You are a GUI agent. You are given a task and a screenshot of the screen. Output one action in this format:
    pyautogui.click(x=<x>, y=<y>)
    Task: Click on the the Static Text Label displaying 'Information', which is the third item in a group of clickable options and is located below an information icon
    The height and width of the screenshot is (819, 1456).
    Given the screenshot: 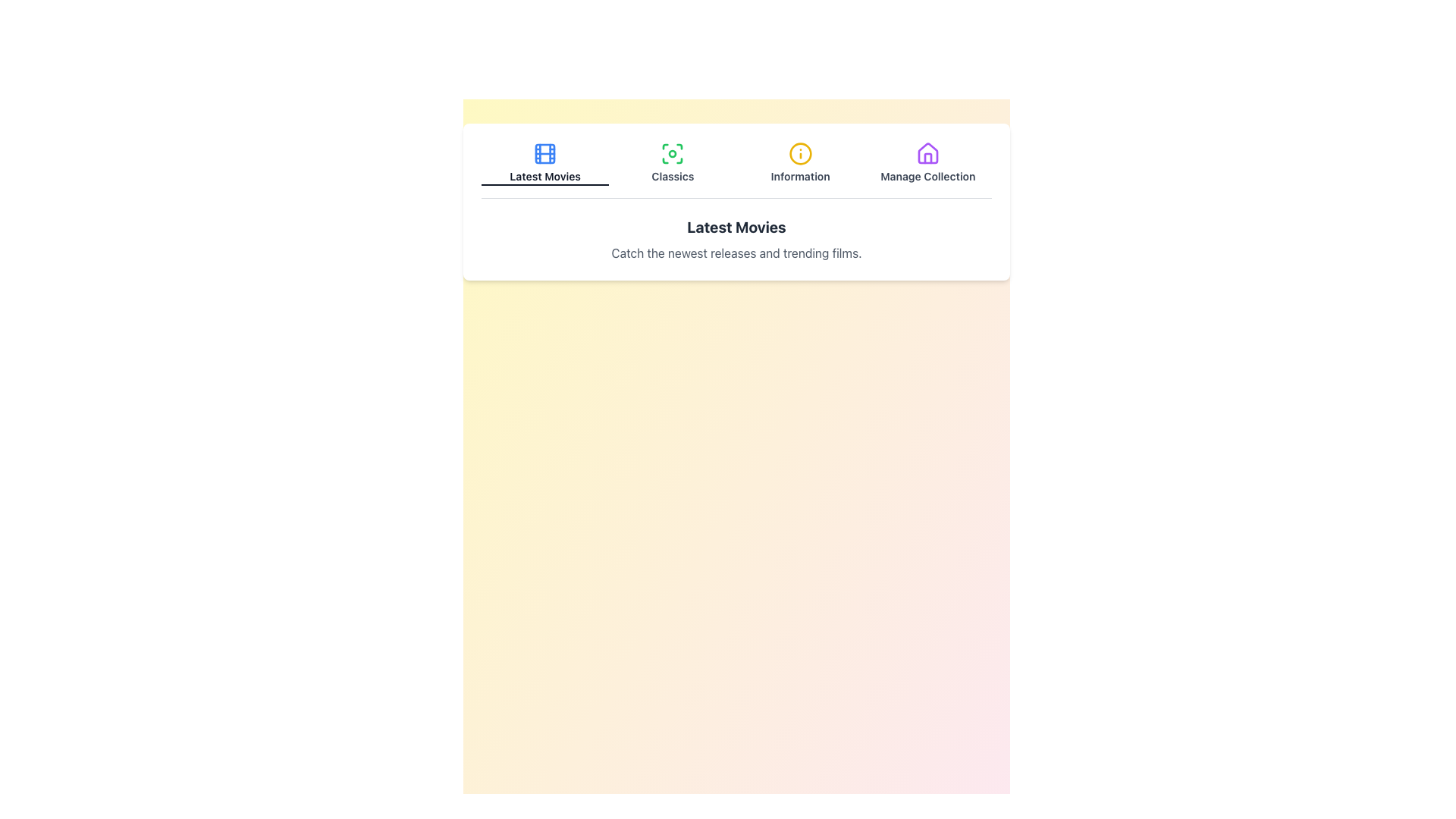 What is the action you would take?
    pyautogui.click(x=799, y=175)
    